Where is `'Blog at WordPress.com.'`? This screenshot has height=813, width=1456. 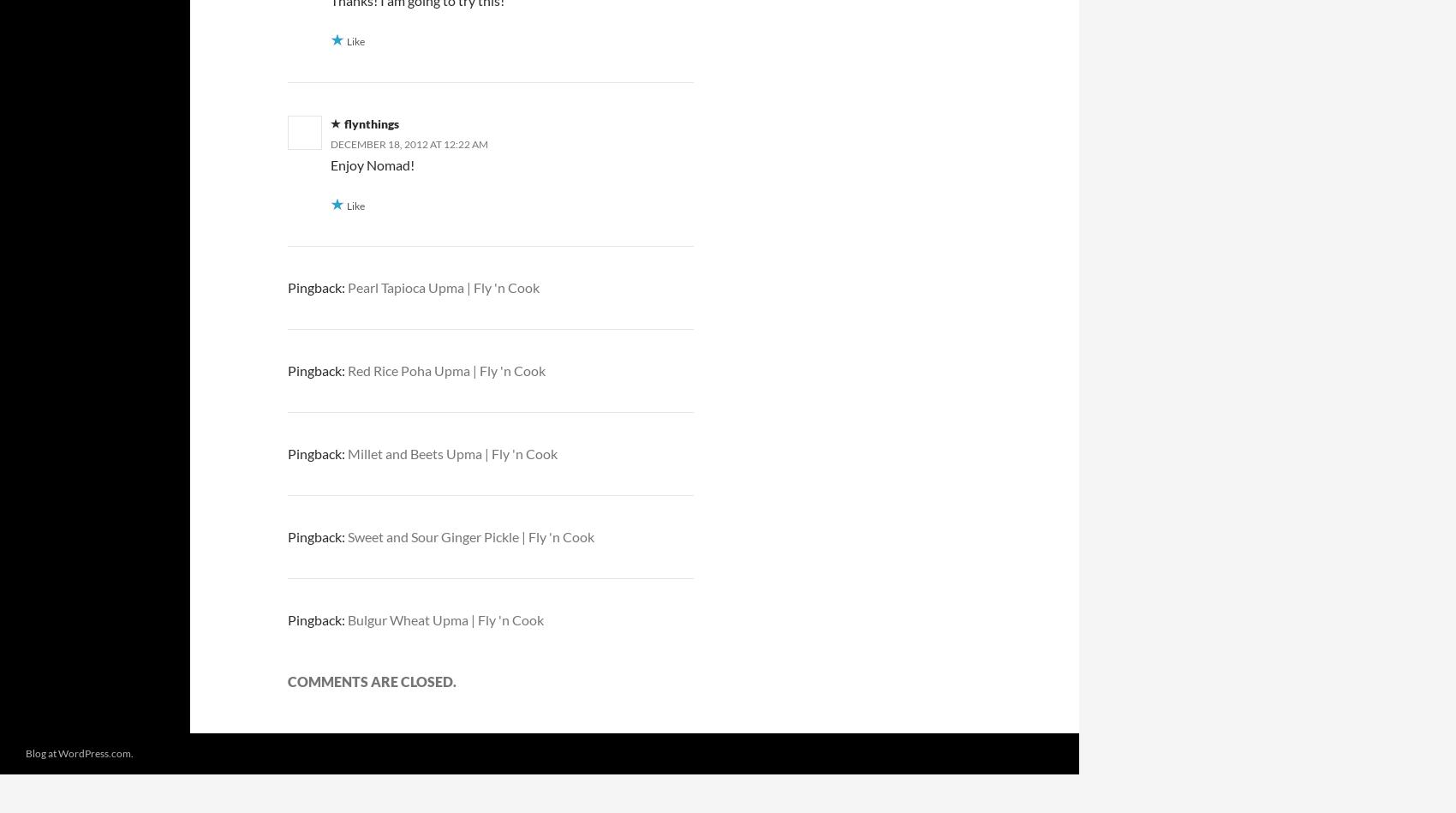
'Blog at WordPress.com.' is located at coordinates (79, 752).